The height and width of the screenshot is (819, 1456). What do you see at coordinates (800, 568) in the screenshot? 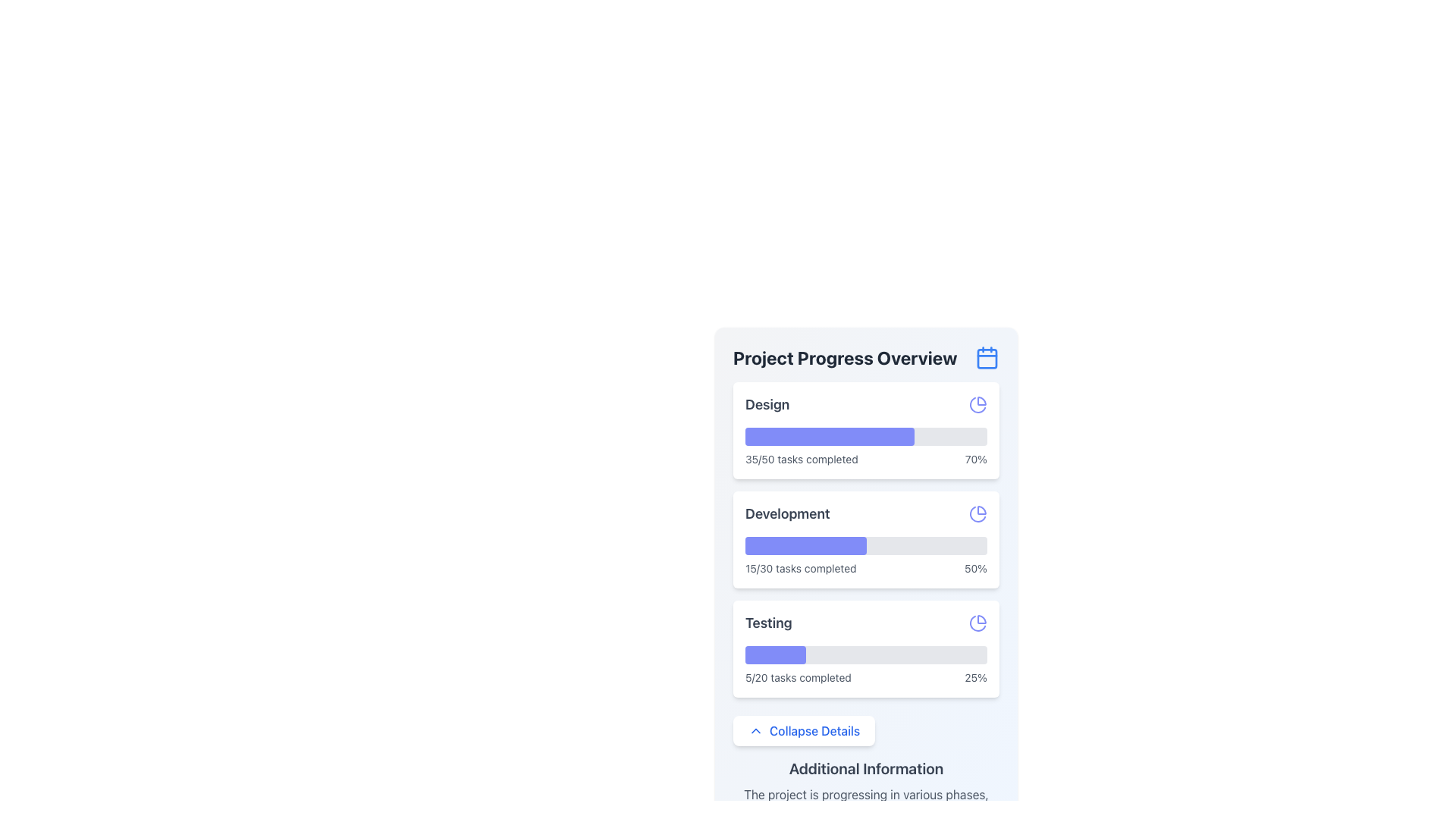
I see `the text label displaying '15/30 tasks completed', which is styled in dark gray and located in the bottom of the second card under the 'Development' section` at bounding box center [800, 568].